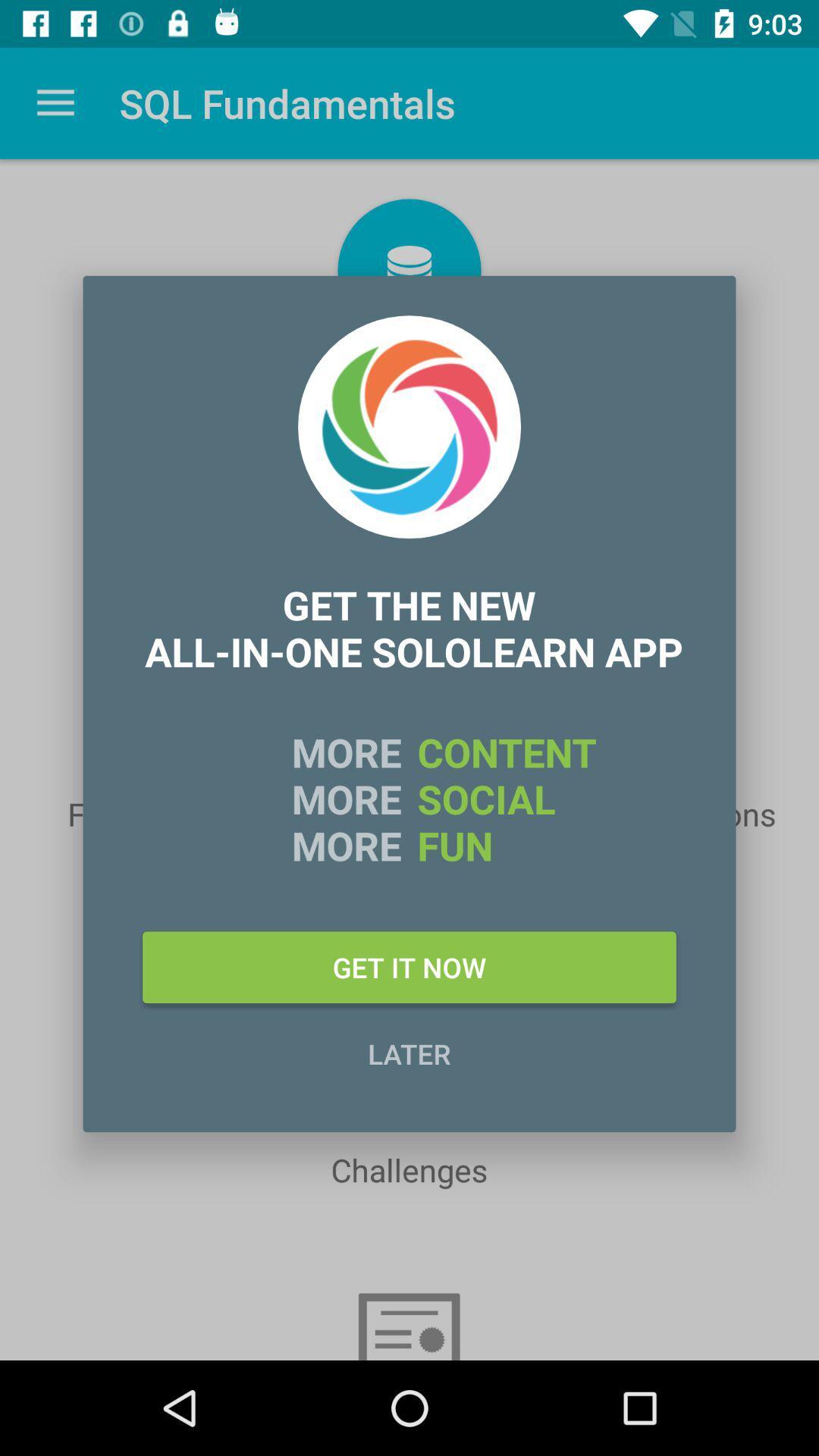  I want to click on the later item, so click(409, 1053).